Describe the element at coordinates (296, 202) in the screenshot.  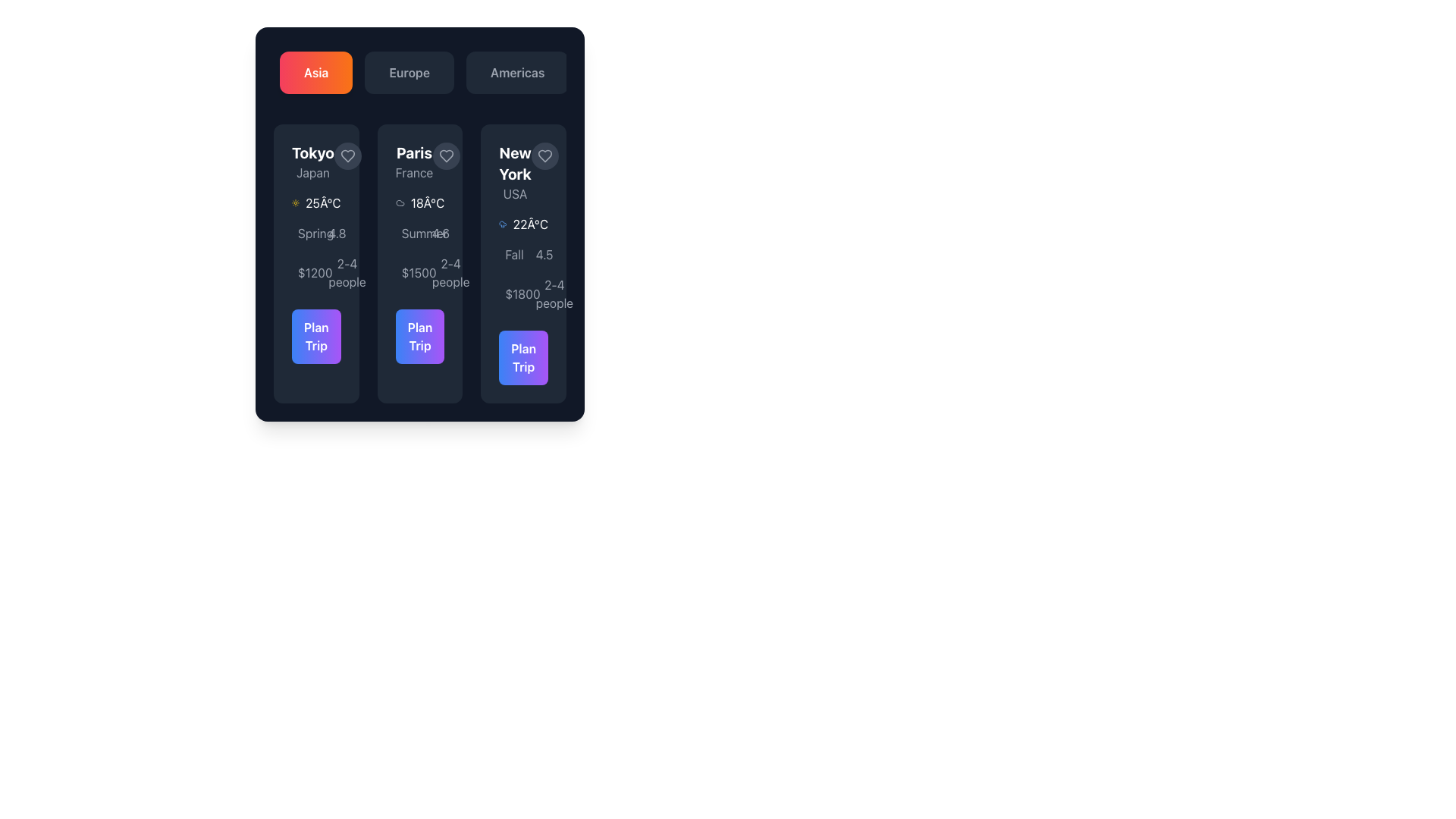
I see `the circular sun icon, which is yellow and located in the first column of the card layout titled 'Tokyo', positioned just to the left of the temperature information '25Â°C'` at that location.